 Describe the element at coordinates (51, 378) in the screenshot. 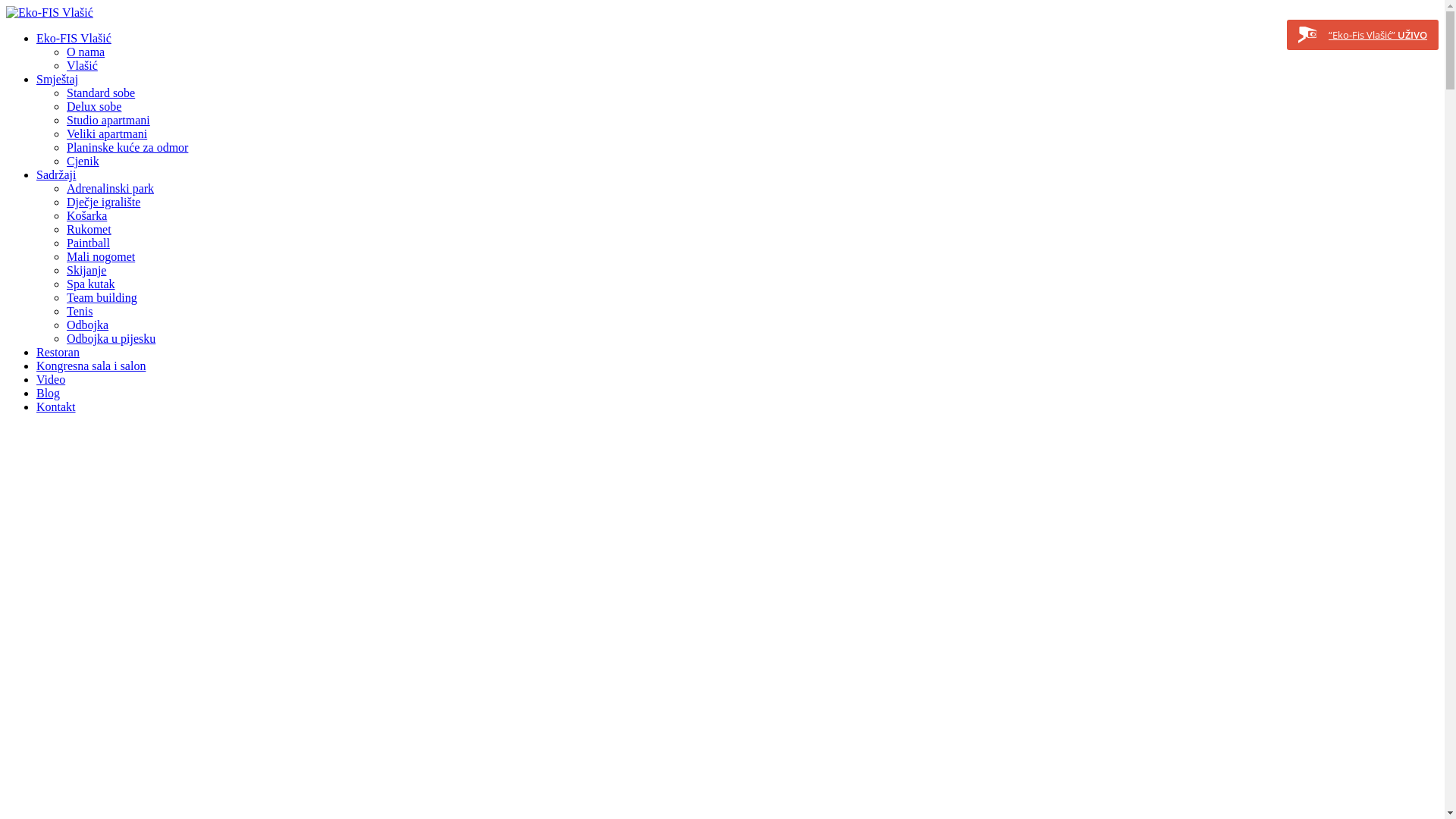

I see `'Video'` at that location.